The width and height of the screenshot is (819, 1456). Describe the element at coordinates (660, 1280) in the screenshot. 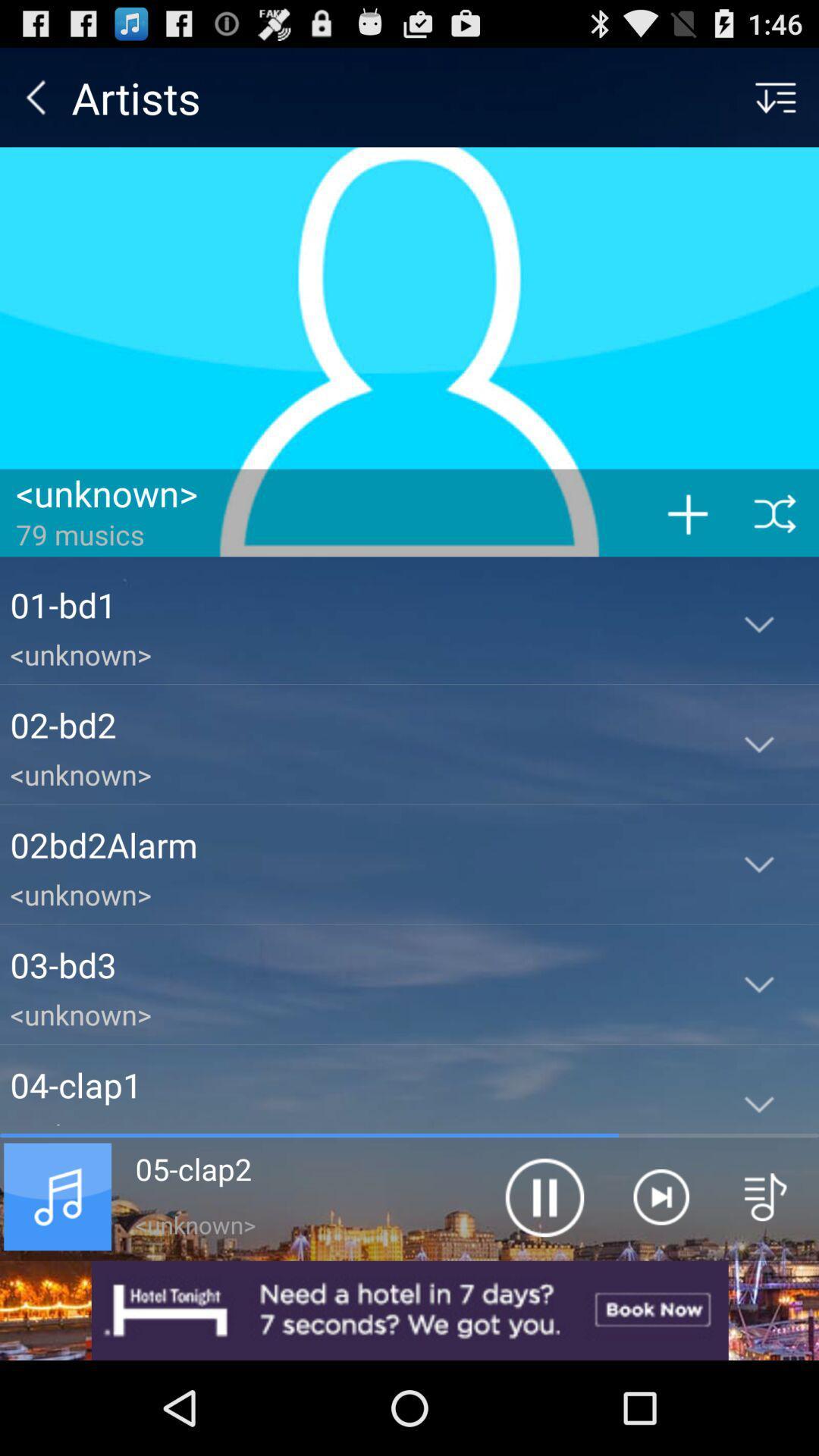

I see `the skip_next icon` at that location.